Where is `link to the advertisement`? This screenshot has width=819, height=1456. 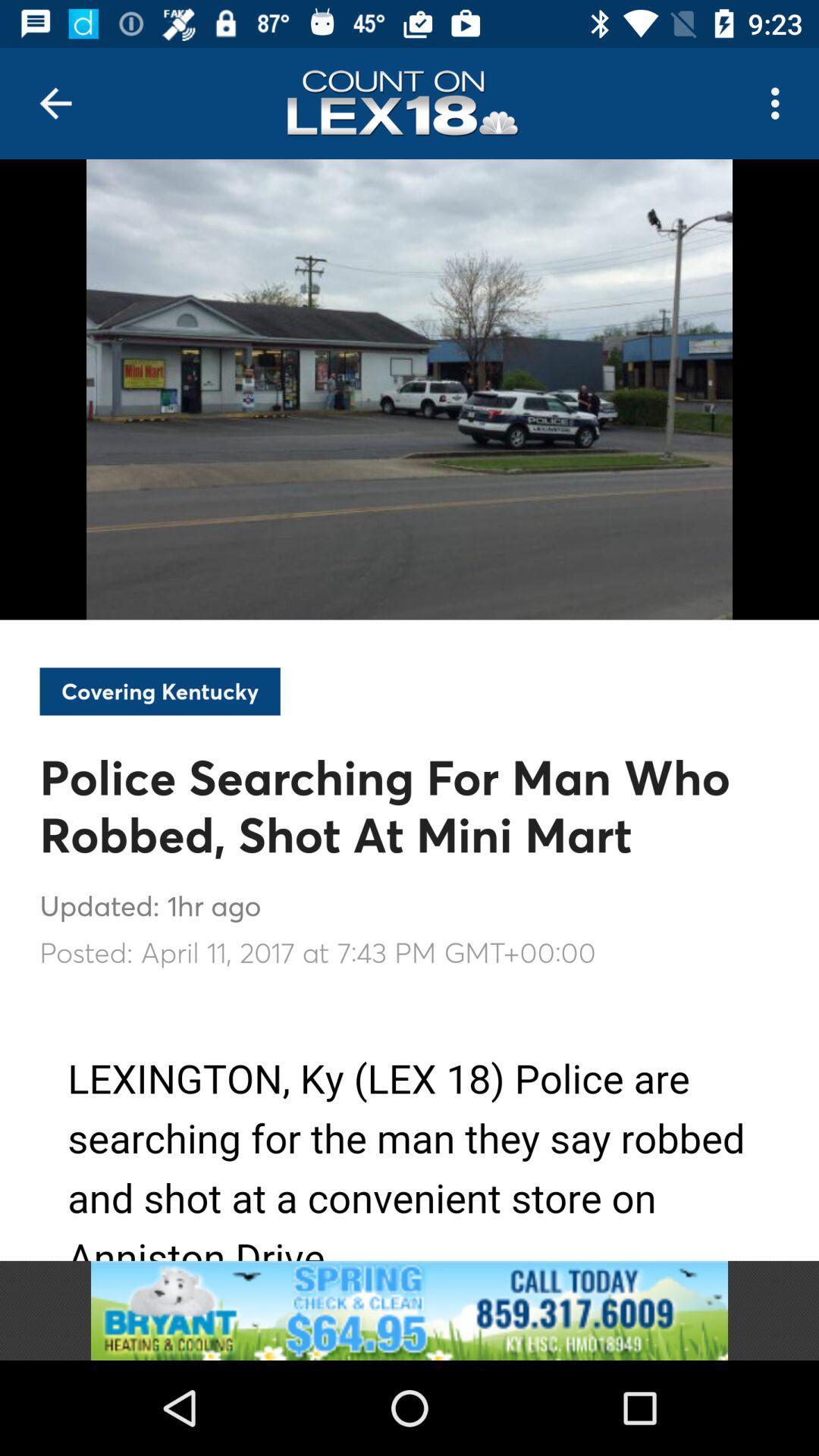 link to the advertisement is located at coordinates (409, 1310).